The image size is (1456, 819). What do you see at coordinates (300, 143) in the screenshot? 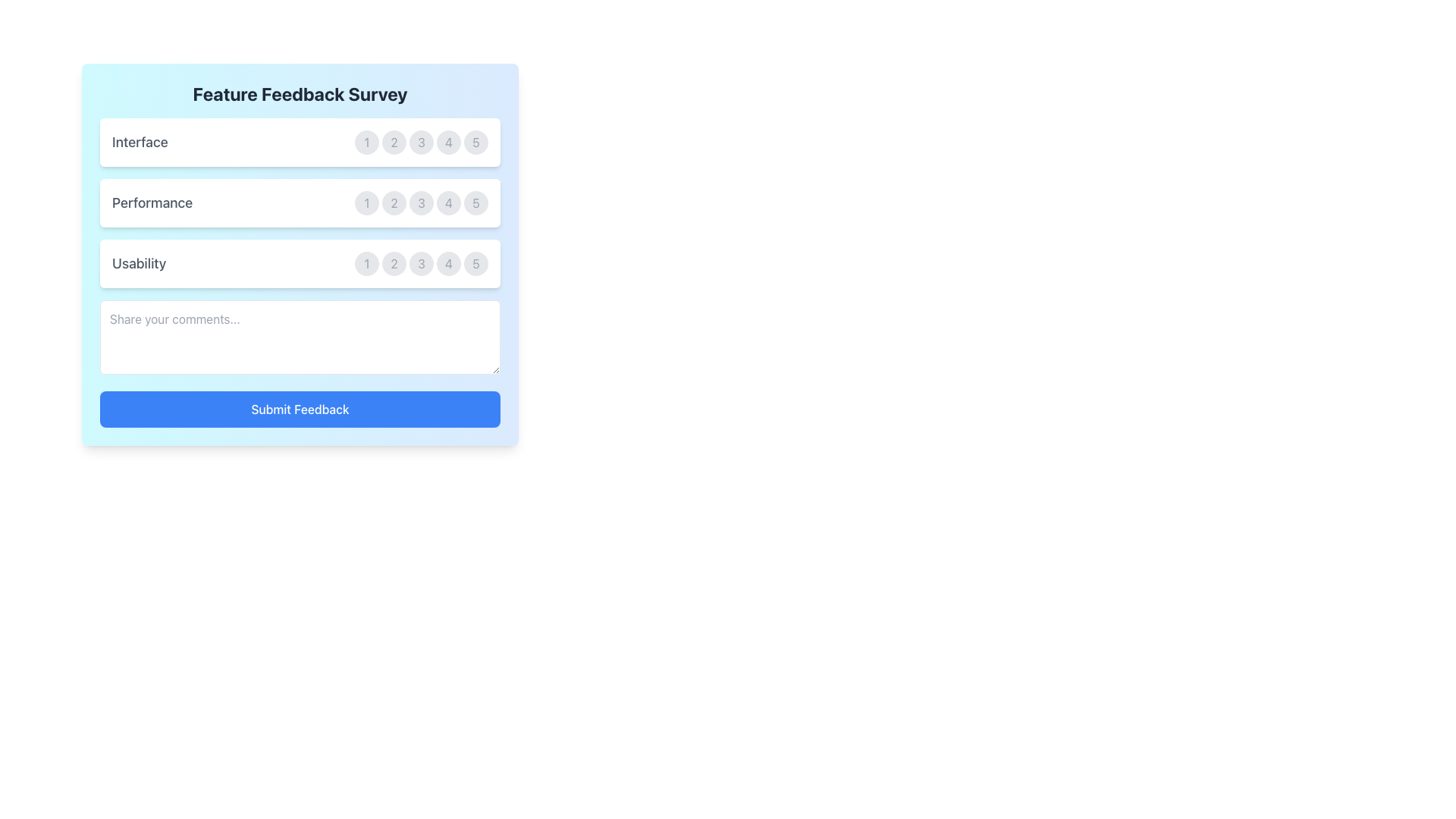
I see `one of the rating buttons (1 to 5) in the feedback section for rating the 'Interface' aspect of the survey, located below the title 'Feature Feedback Survey'` at bounding box center [300, 143].